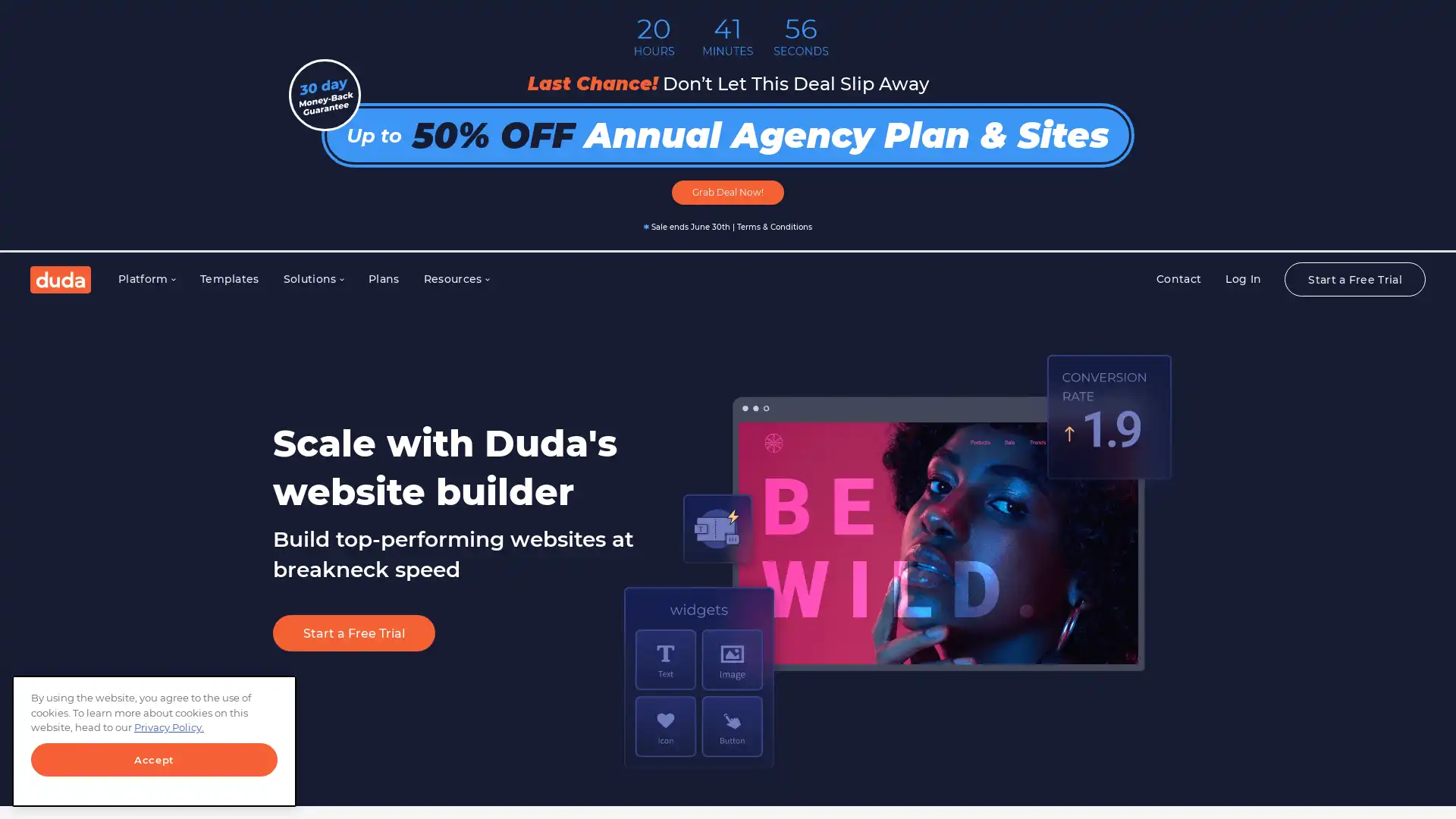 The width and height of the screenshot is (1456, 819). Describe the element at coordinates (154, 760) in the screenshot. I see `Accept` at that location.